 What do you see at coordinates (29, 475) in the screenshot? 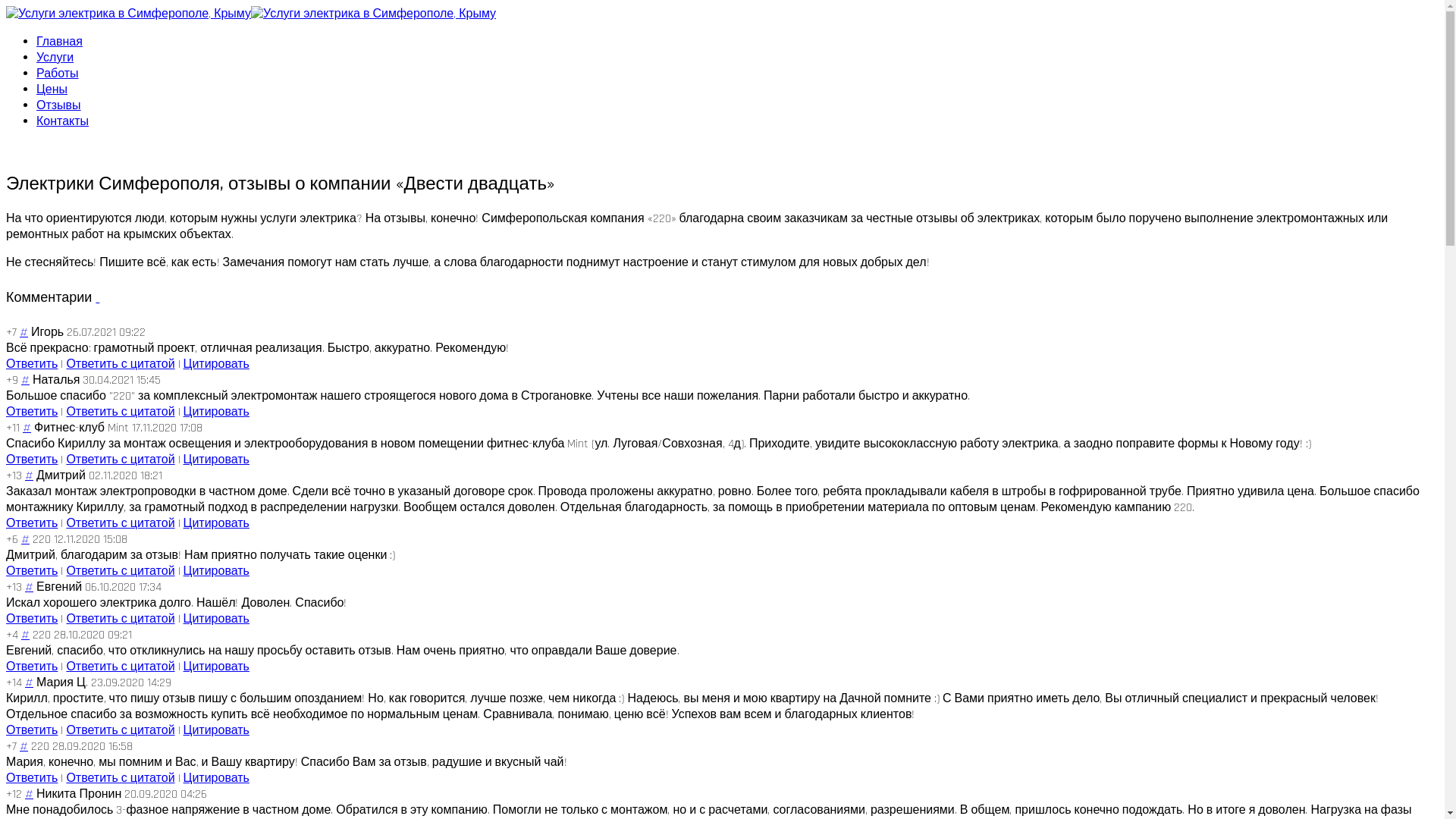
I see `'#'` at bounding box center [29, 475].